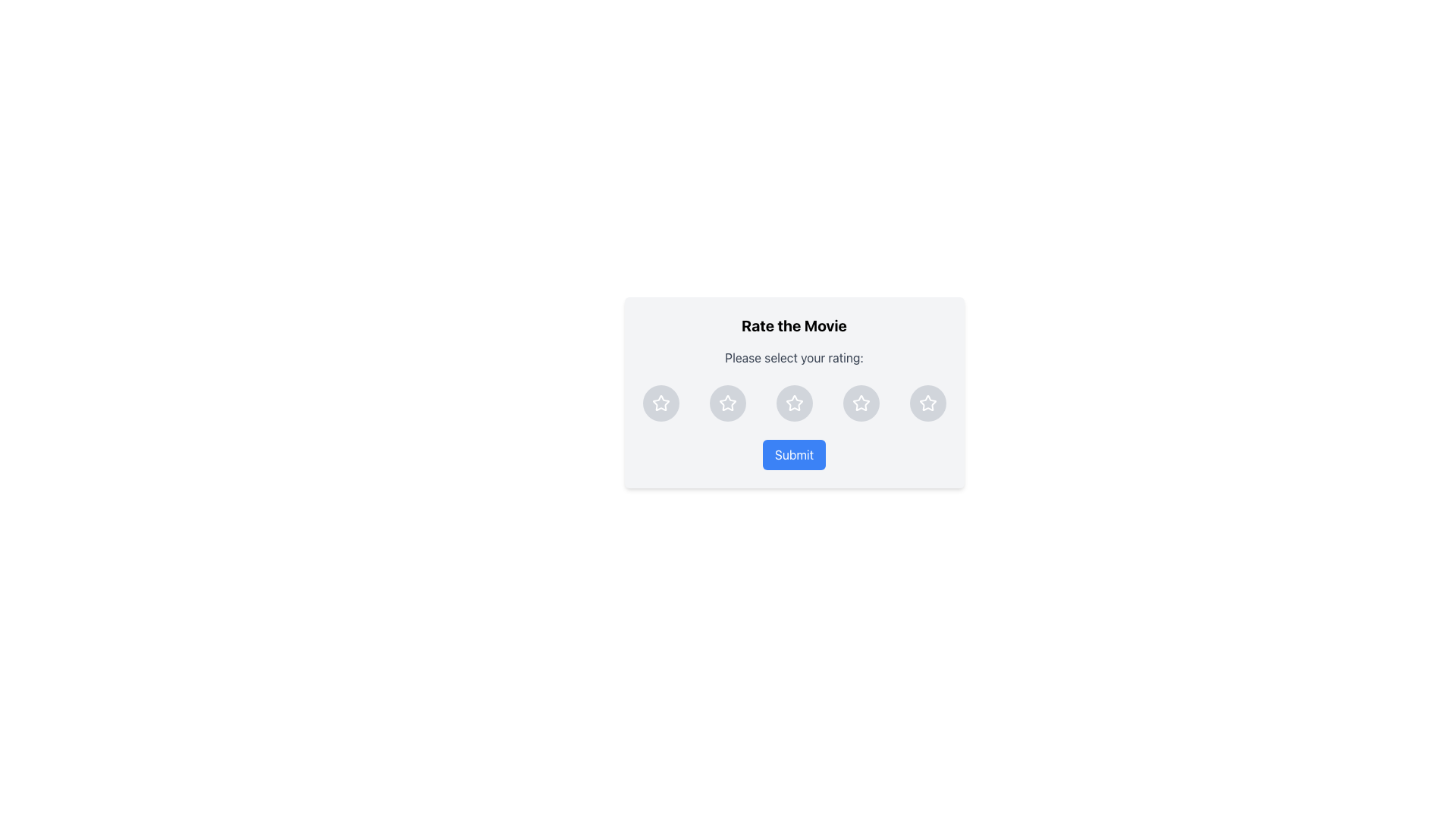  I want to click on the interactive star-shaped icon in the third slot of the five-star rating widget, so click(726, 403).